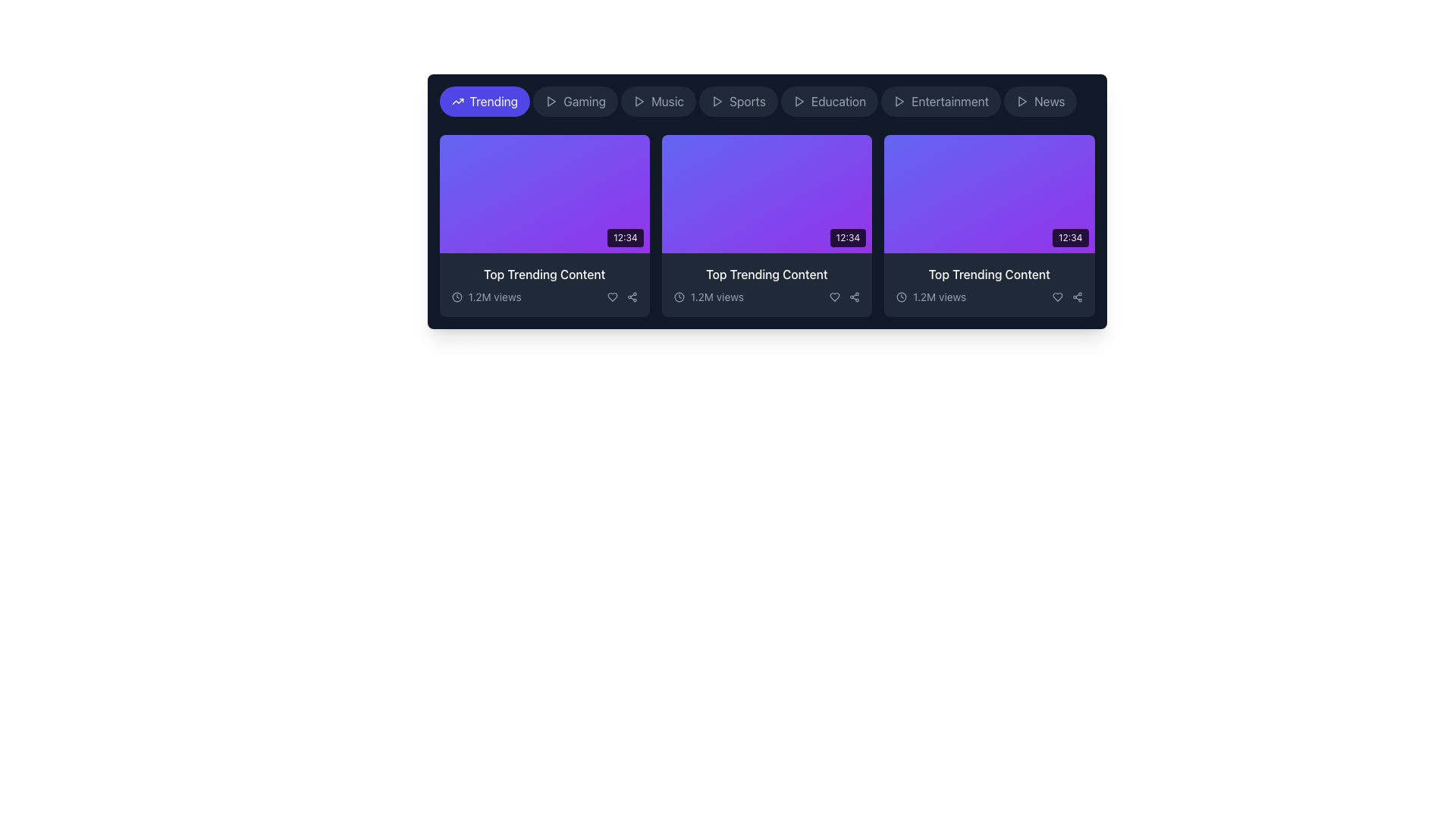  What do you see at coordinates (639, 102) in the screenshot?
I see `the small triangular 'Play' icon located in the navigation bar at the top of the interface, adjacent to the 'Gaming' tab label` at bounding box center [639, 102].